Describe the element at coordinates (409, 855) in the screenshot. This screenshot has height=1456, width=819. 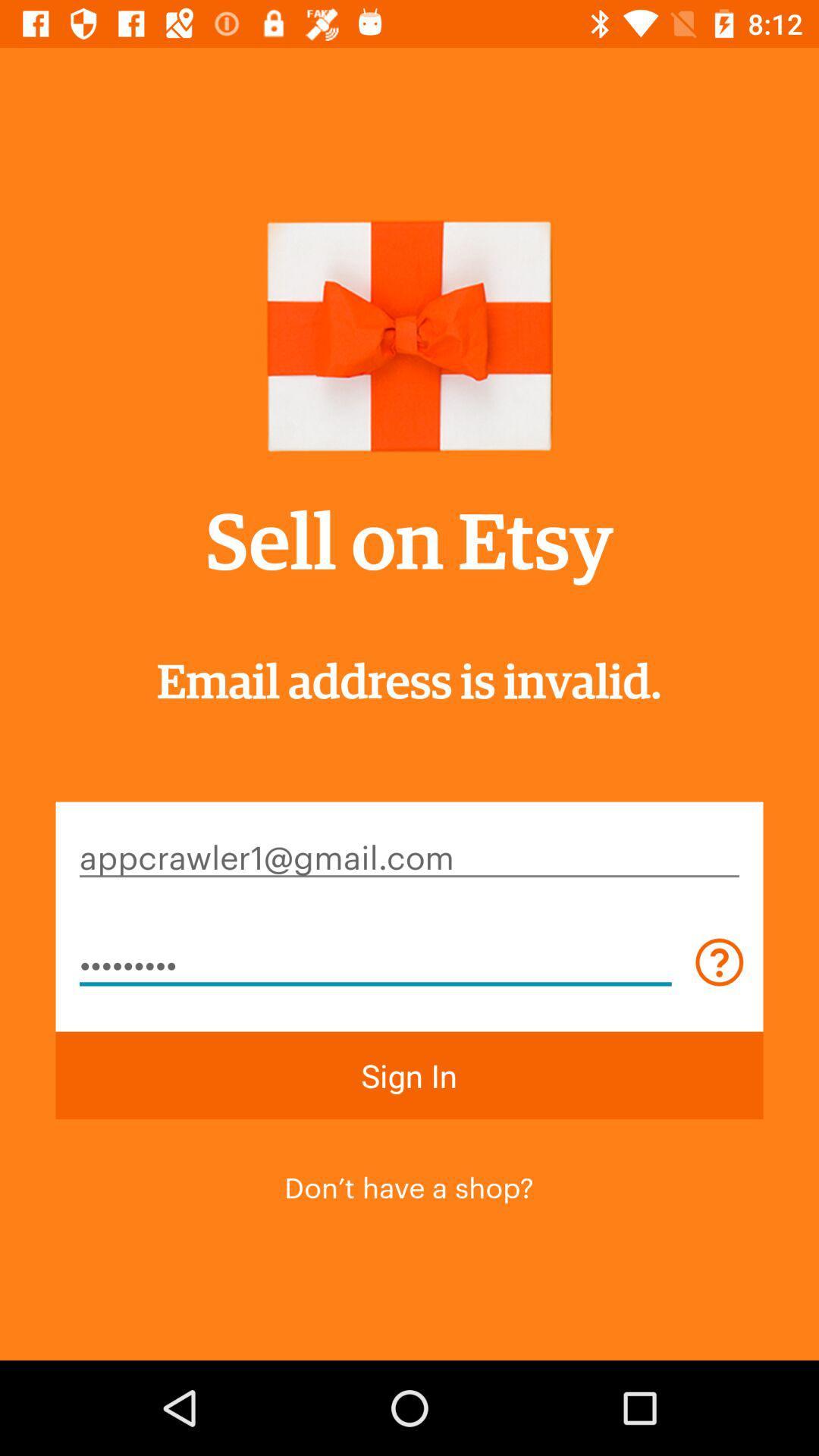
I see `the icon below email address is icon` at that location.